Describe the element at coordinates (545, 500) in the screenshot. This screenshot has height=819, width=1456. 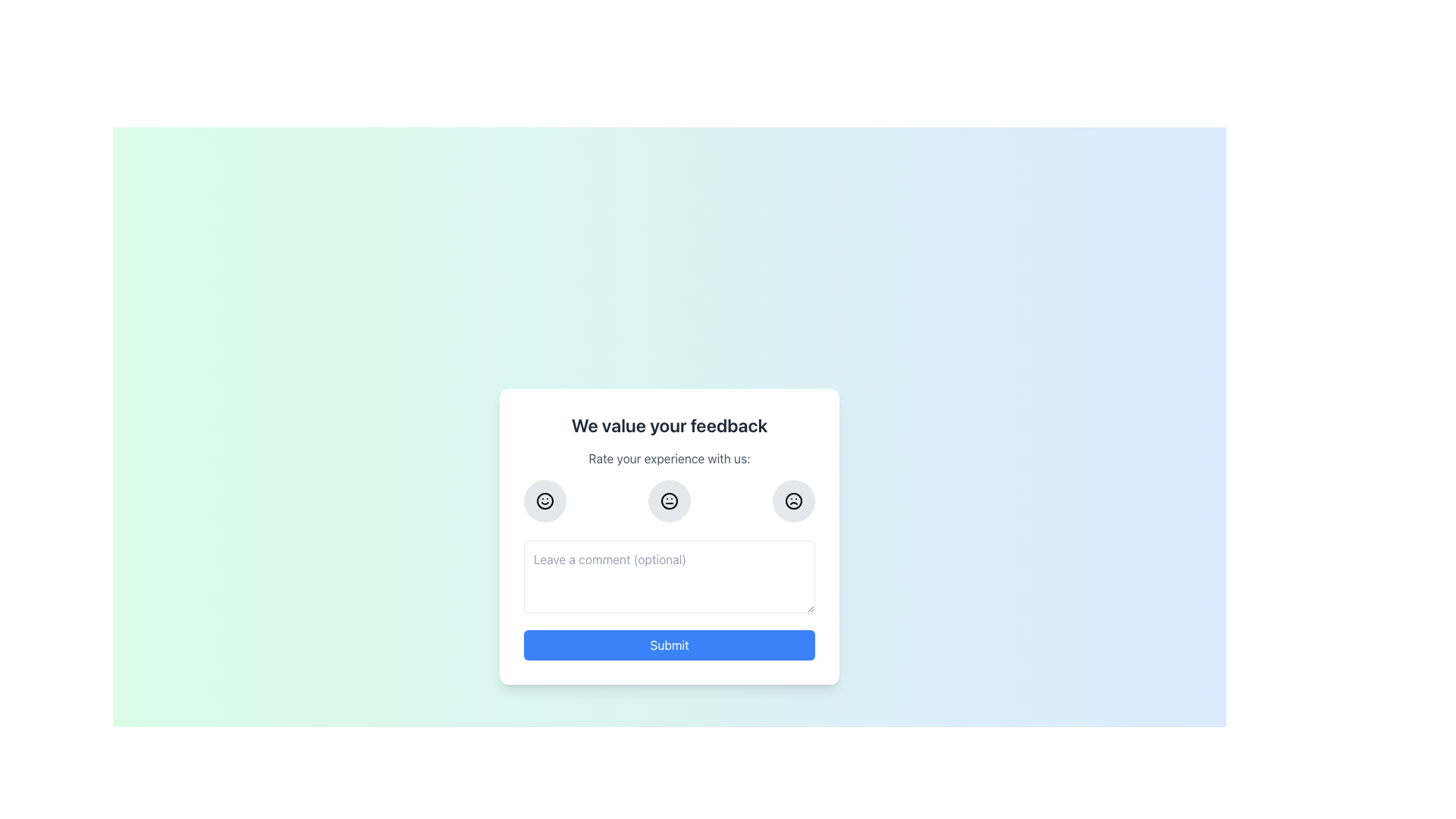
I see `the outermost circle of the smiley face icon, which is the leftmost icon in the row under the text 'Rate your experience with us'` at that location.